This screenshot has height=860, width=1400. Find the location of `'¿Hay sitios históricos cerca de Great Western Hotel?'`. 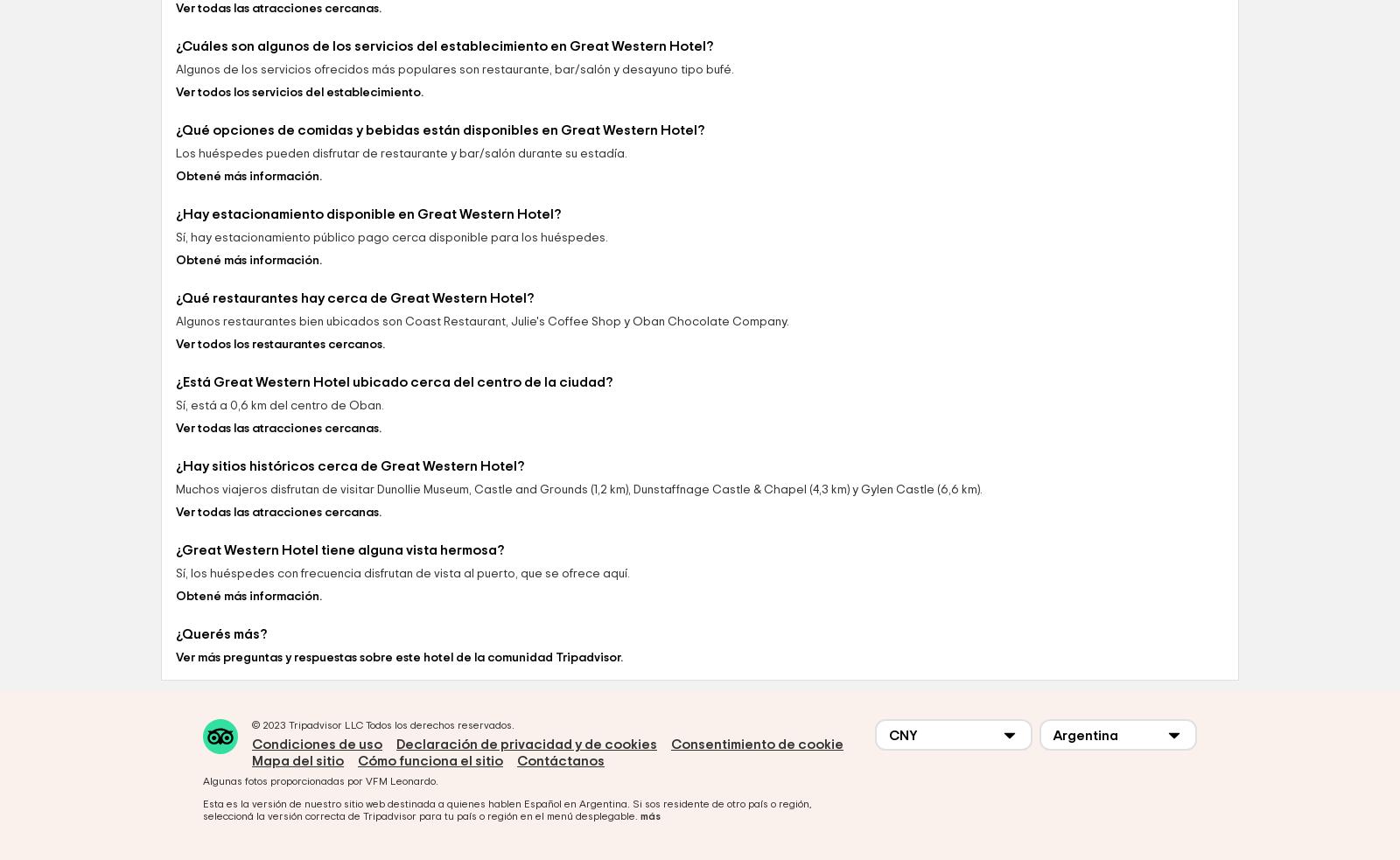

'¿Hay sitios históricos cerca de Great Western Hotel?' is located at coordinates (350, 586).